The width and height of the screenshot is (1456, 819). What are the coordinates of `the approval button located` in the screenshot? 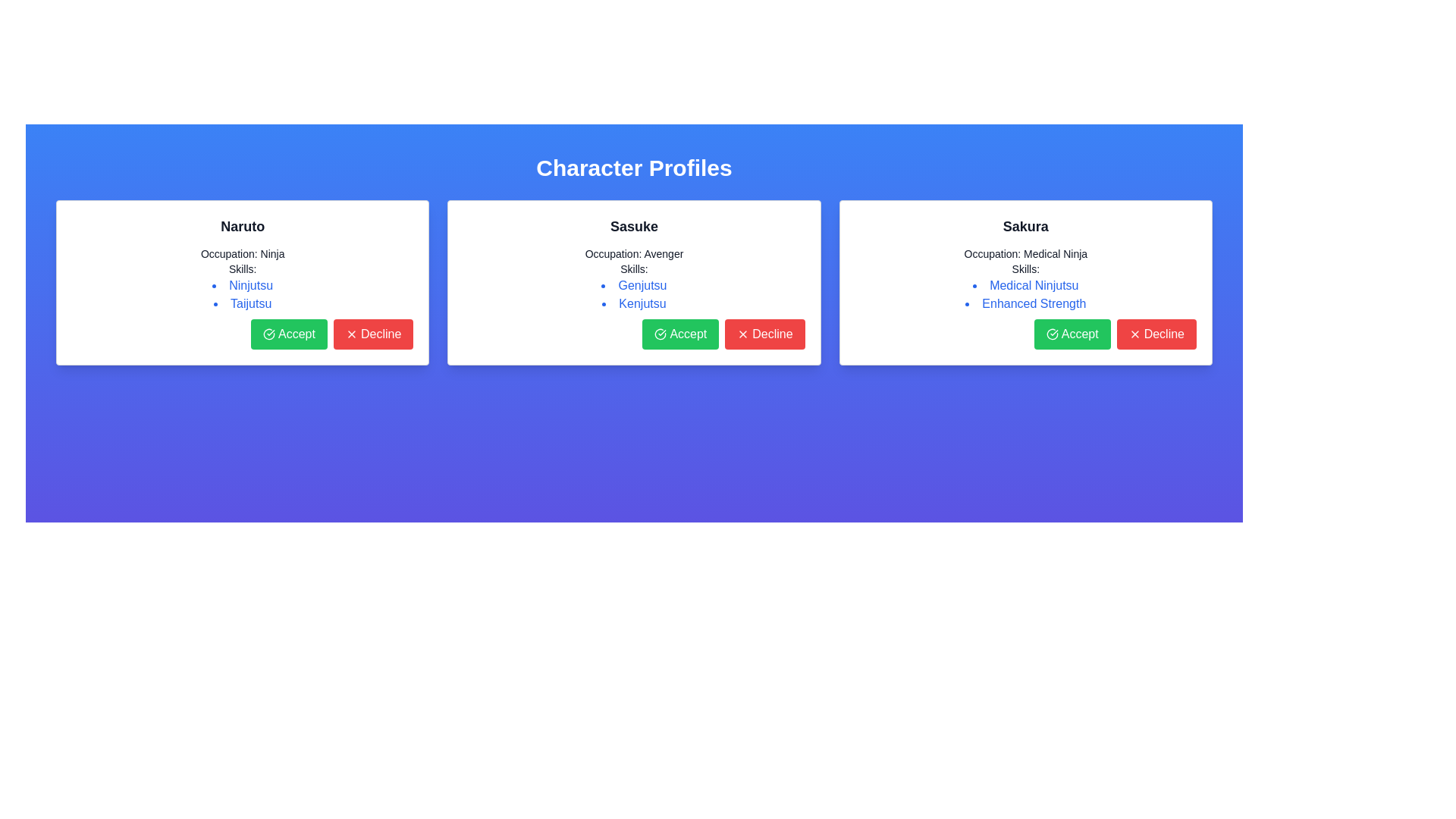 It's located at (289, 333).